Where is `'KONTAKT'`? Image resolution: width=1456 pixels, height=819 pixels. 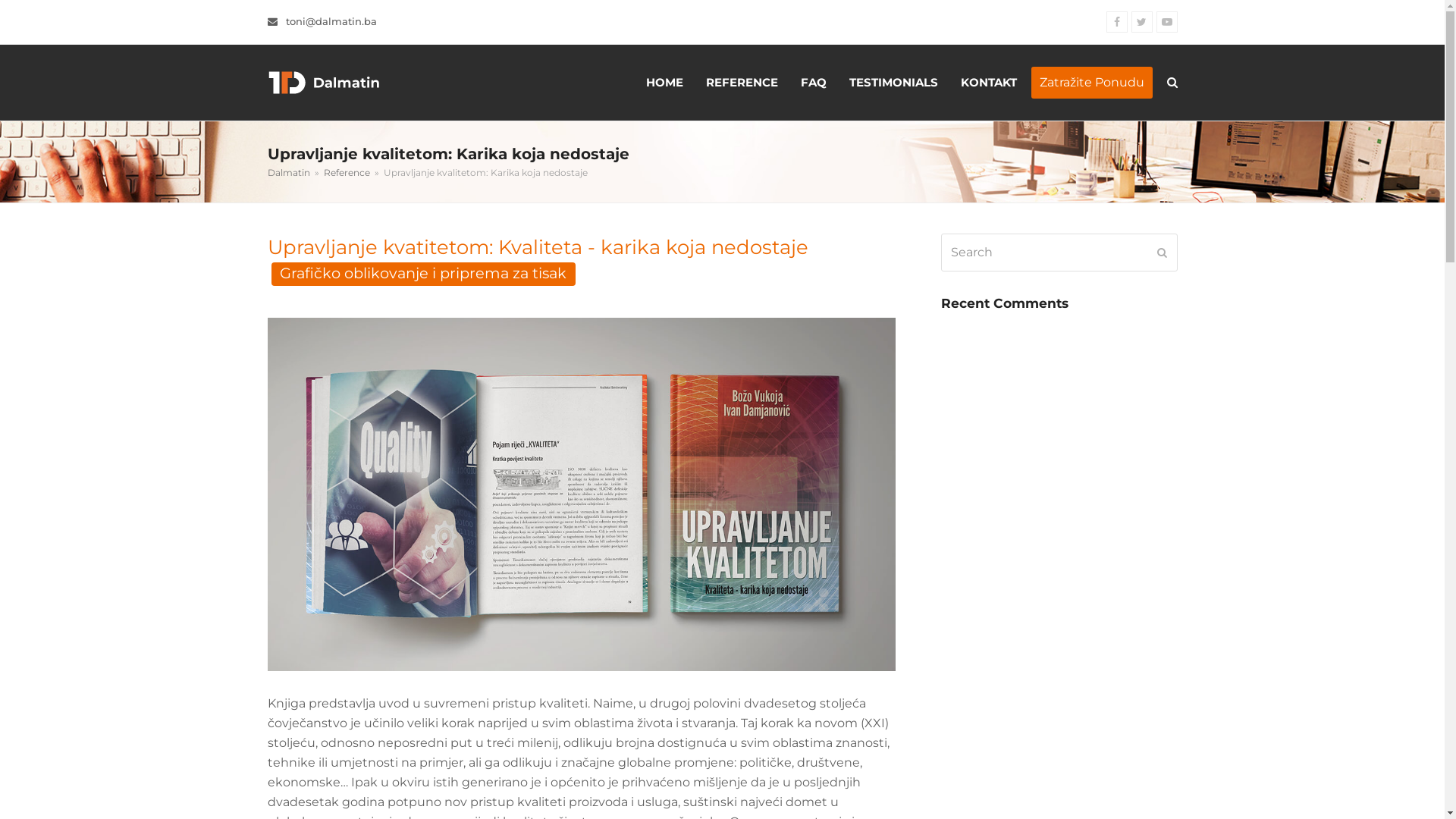 'KONTAKT' is located at coordinates (989, 82).